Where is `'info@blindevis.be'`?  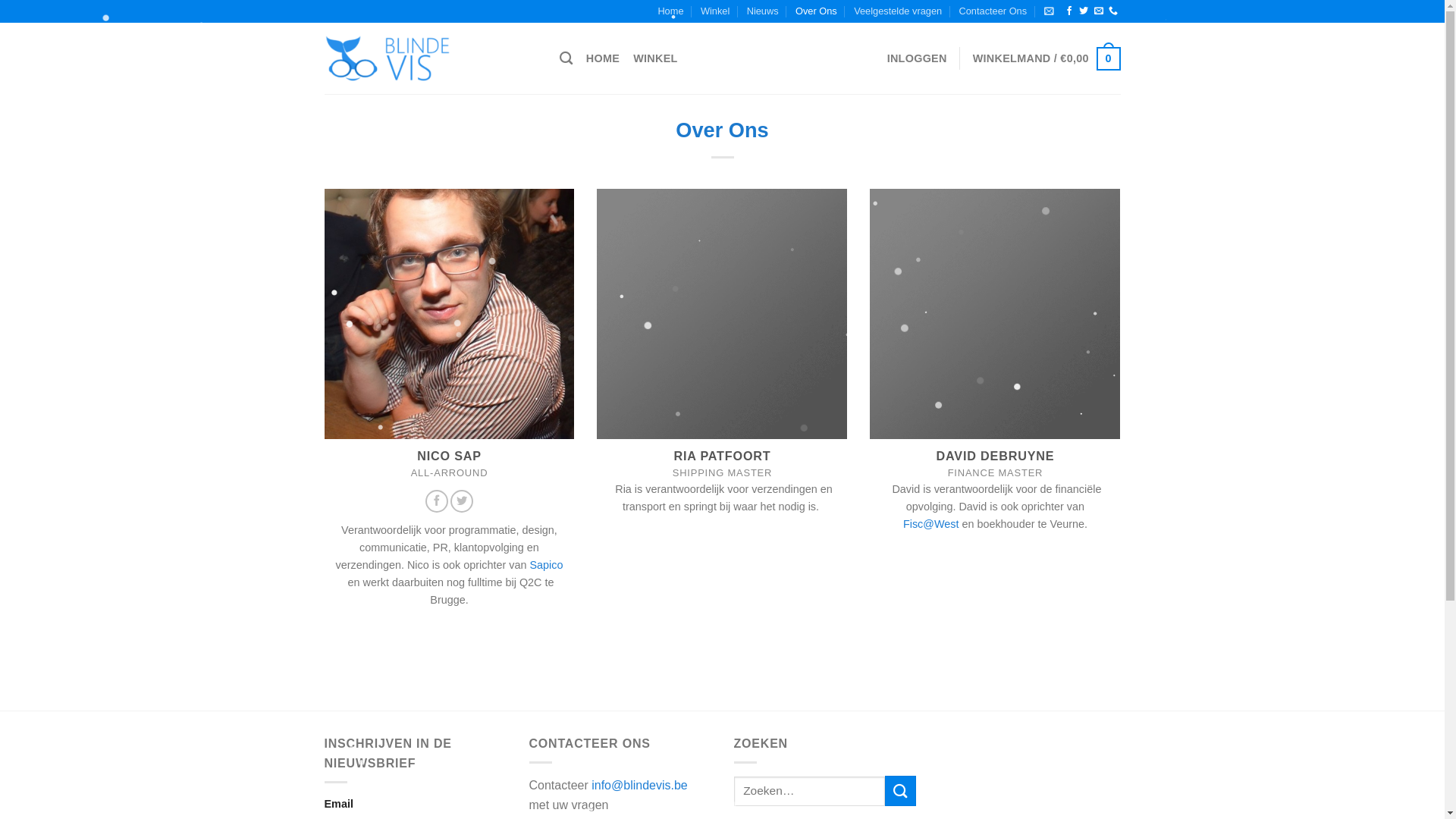
'info@blindevis.be' is located at coordinates (590, 785).